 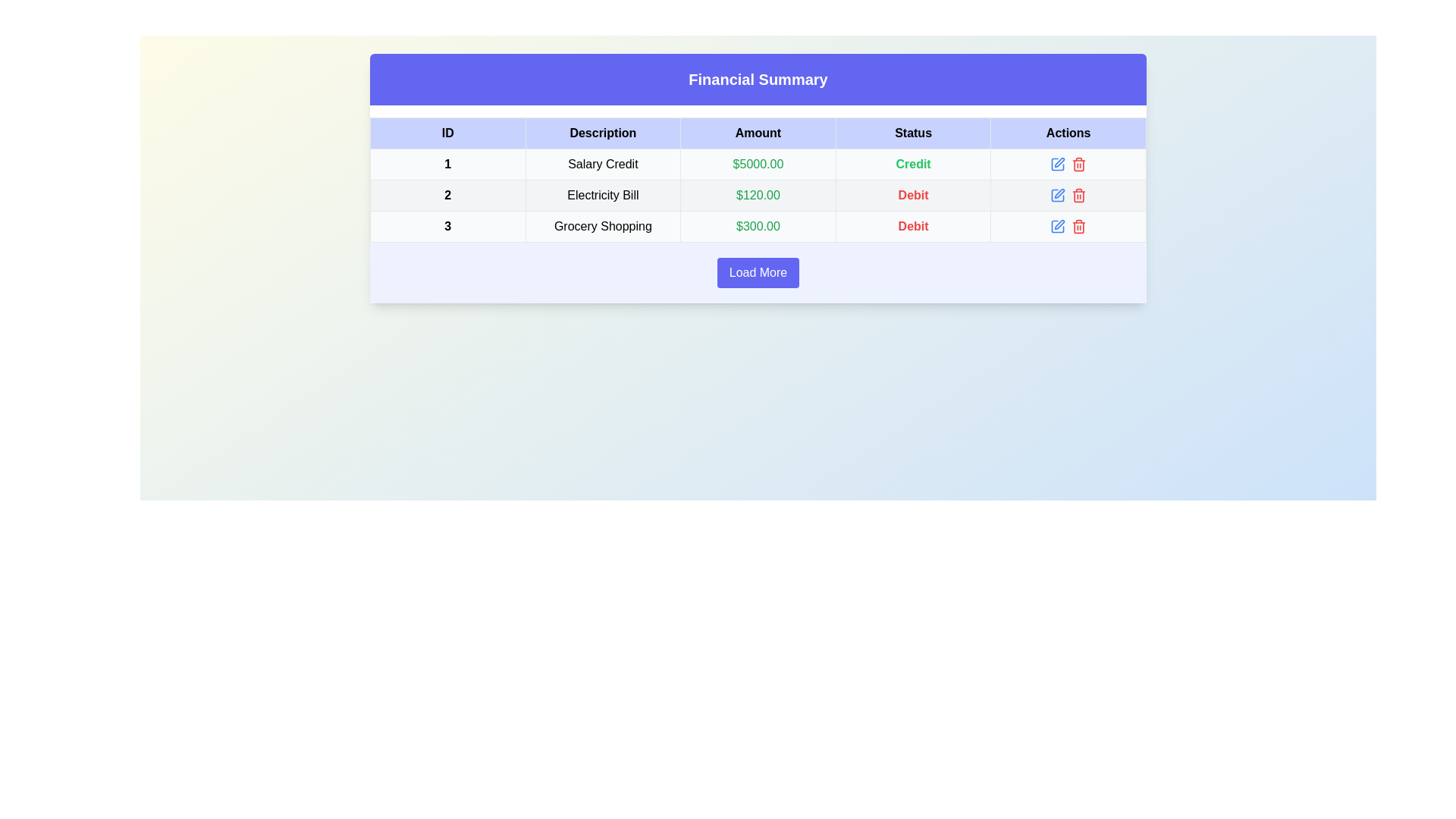 What do you see at coordinates (758, 164) in the screenshot?
I see `transaction data displayed in the first row of the table under the 'Financial Summary' header, which includes its ID, description, credited amount, and status` at bounding box center [758, 164].